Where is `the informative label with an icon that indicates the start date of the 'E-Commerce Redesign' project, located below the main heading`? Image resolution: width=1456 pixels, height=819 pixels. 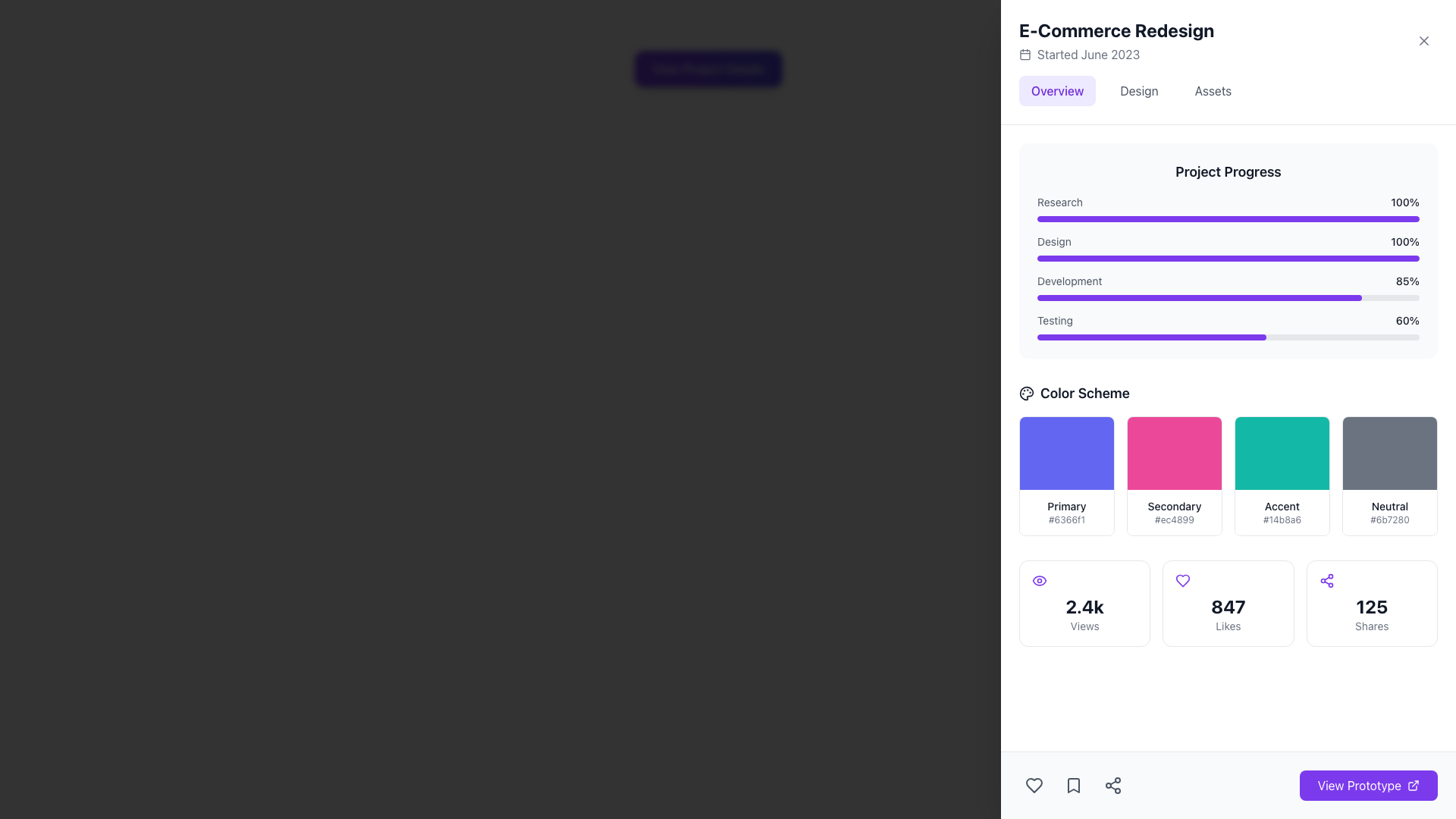 the informative label with an icon that indicates the start date of the 'E-Commerce Redesign' project, located below the main heading is located at coordinates (1116, 54).